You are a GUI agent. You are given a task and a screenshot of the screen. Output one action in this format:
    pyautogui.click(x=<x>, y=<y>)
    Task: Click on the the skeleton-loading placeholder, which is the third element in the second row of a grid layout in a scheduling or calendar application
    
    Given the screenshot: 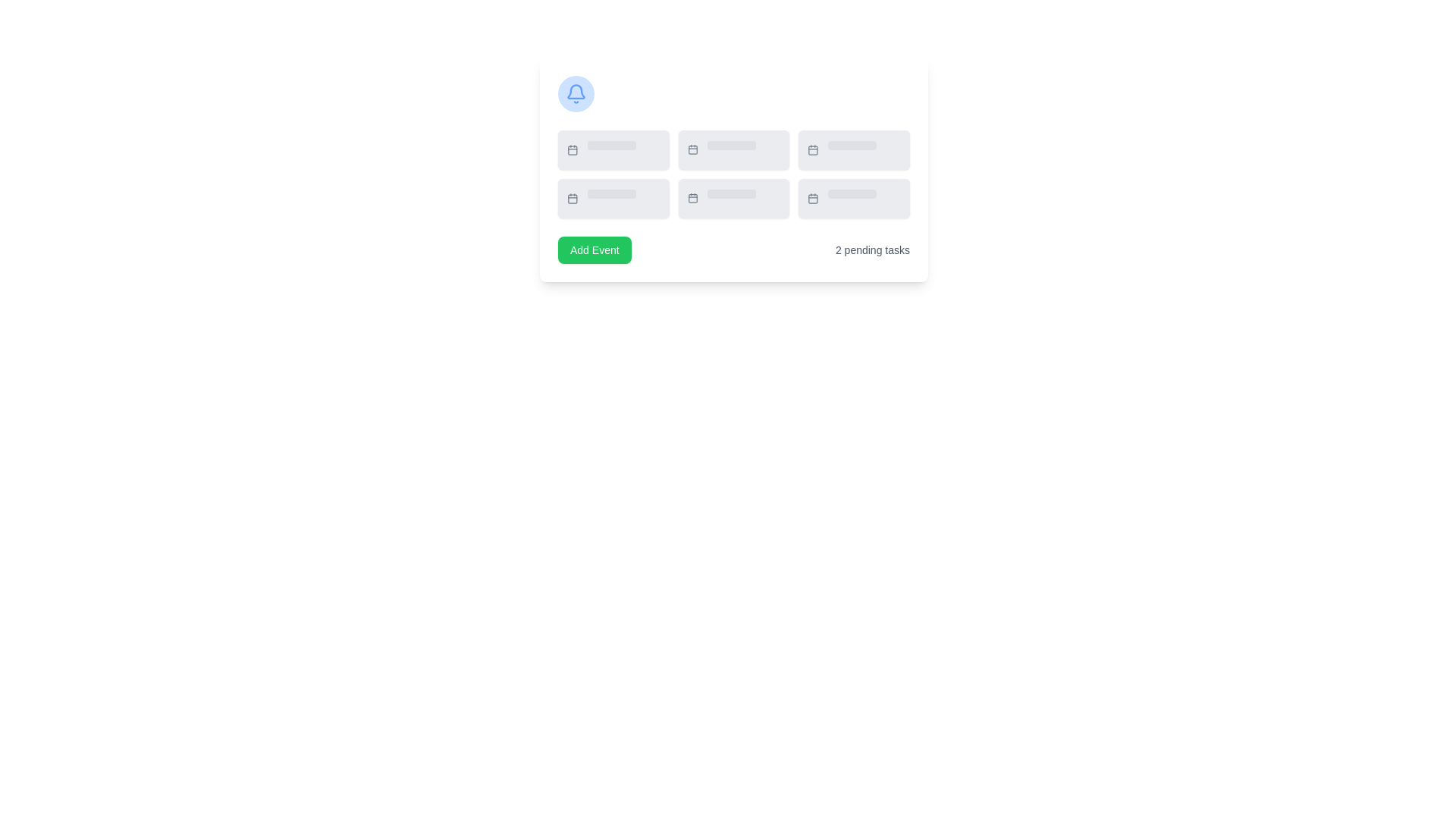 What is the action you would take?
    pyautogui.click(x=864, y=149)
    